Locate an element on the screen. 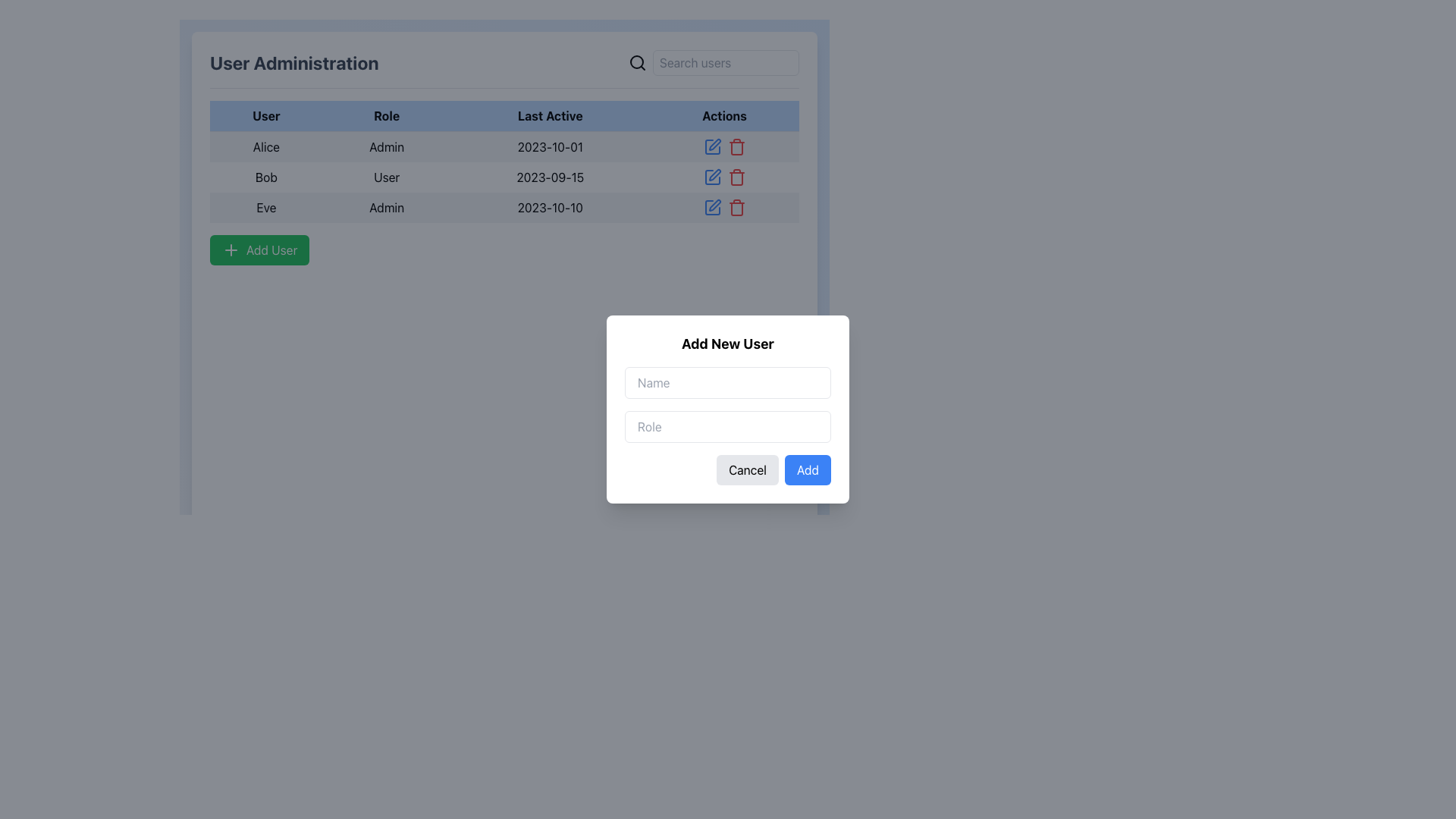 The image size is (1456, 819). the Data cell displaying the last active date ('2023-09-15') for user 'Bob' in the 'User Administration' table is located at coordinates (504, 176).